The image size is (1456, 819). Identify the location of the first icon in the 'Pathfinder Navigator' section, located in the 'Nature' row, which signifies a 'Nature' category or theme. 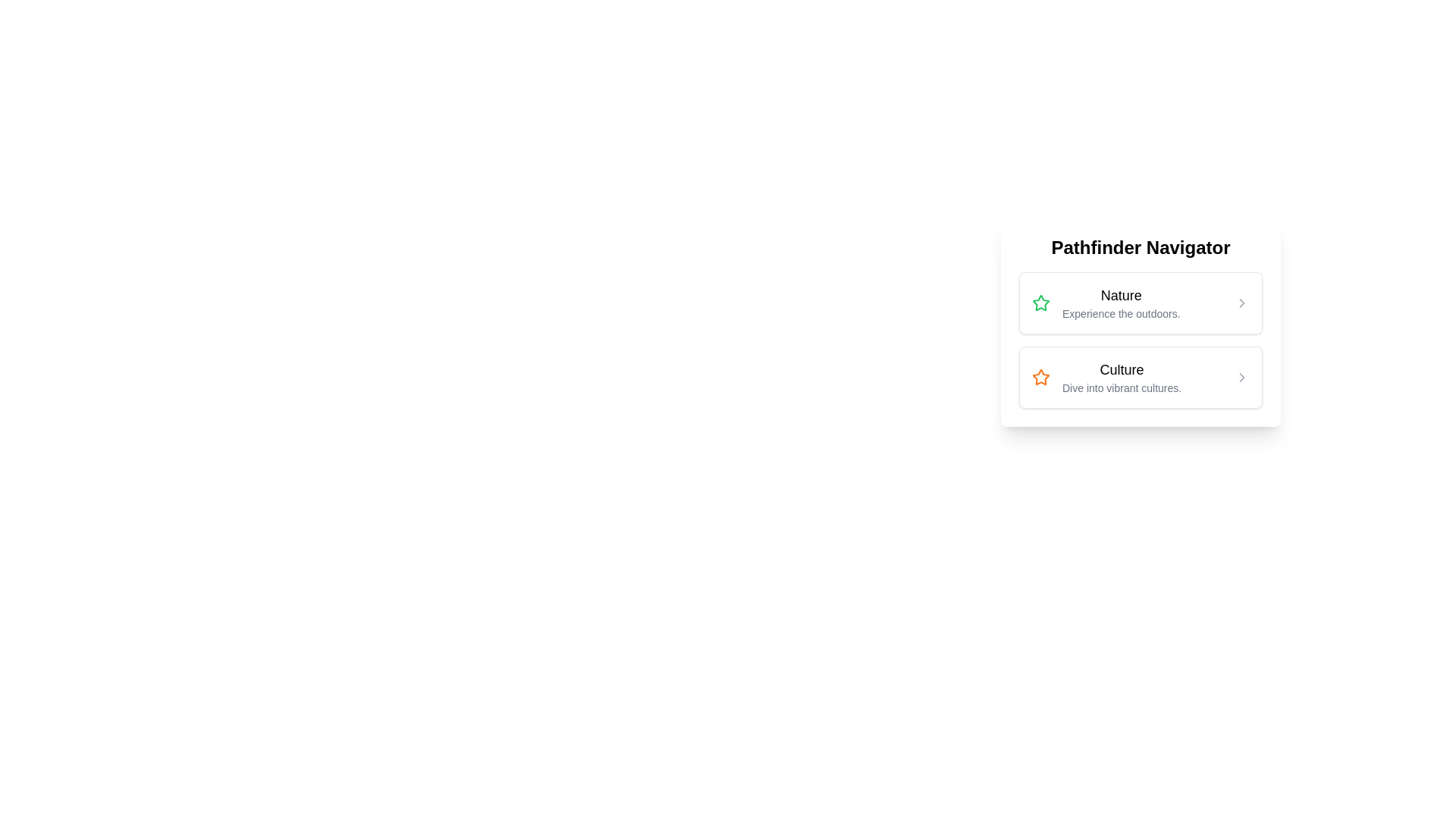
(1040, 303).